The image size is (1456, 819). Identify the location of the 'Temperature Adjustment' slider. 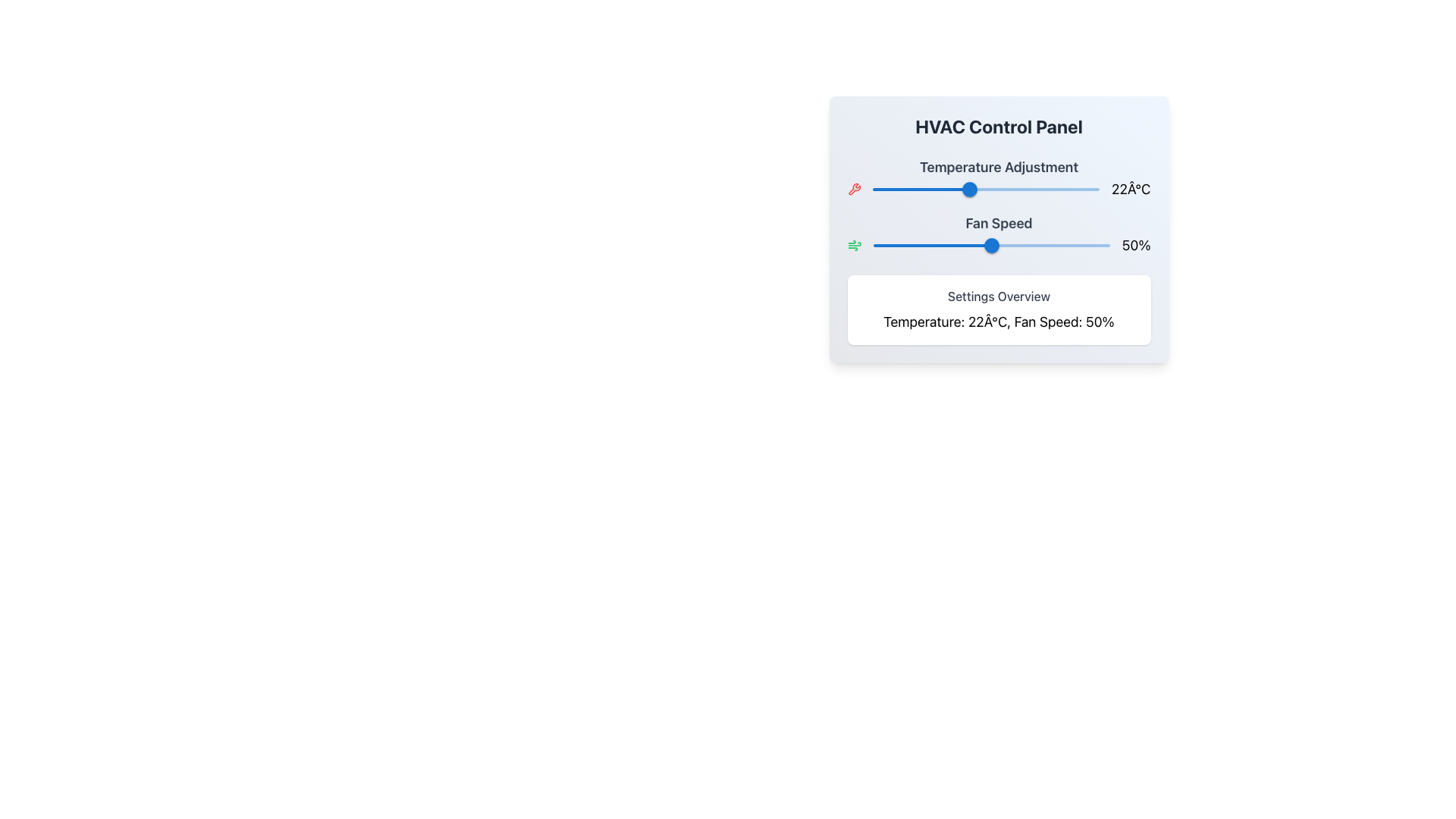
(999, 177).